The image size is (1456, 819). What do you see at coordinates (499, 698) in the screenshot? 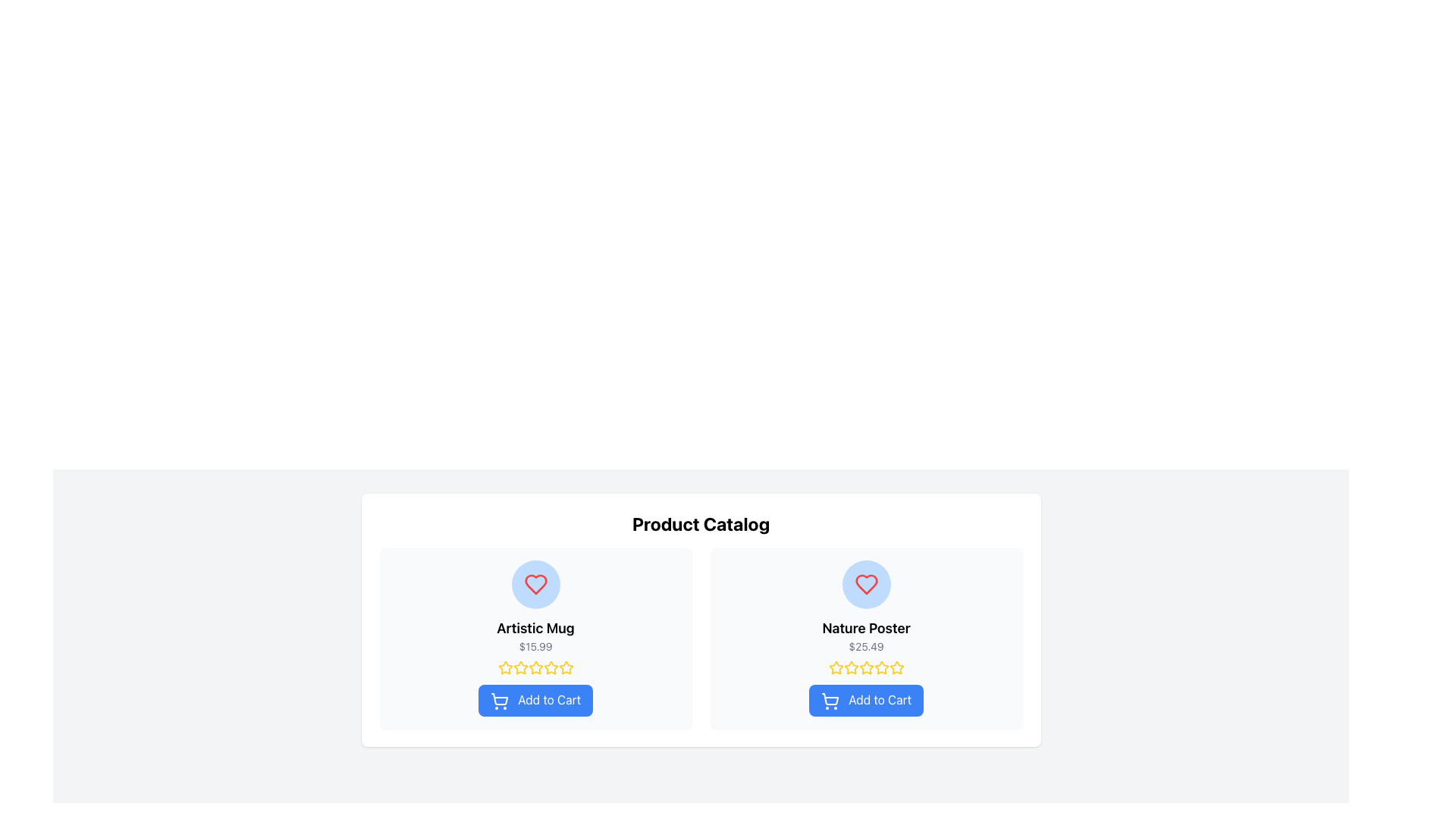
I see `the shopping cart icon located on the left side of the 'Add to Cart' button for the 'Artistic Mug' product` at bounding box center [499, 698].